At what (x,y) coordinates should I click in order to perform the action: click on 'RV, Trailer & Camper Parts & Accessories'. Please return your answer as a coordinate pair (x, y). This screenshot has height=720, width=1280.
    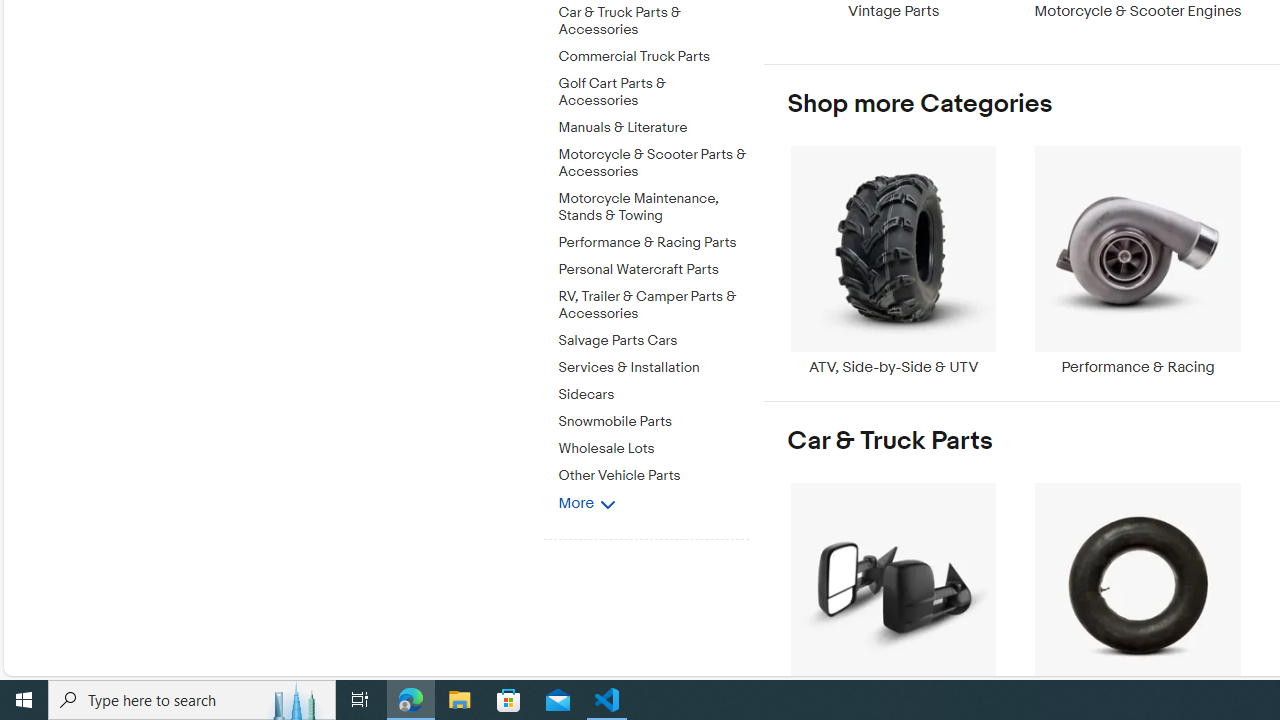
    Looking at the image, I should click on (653, 302).